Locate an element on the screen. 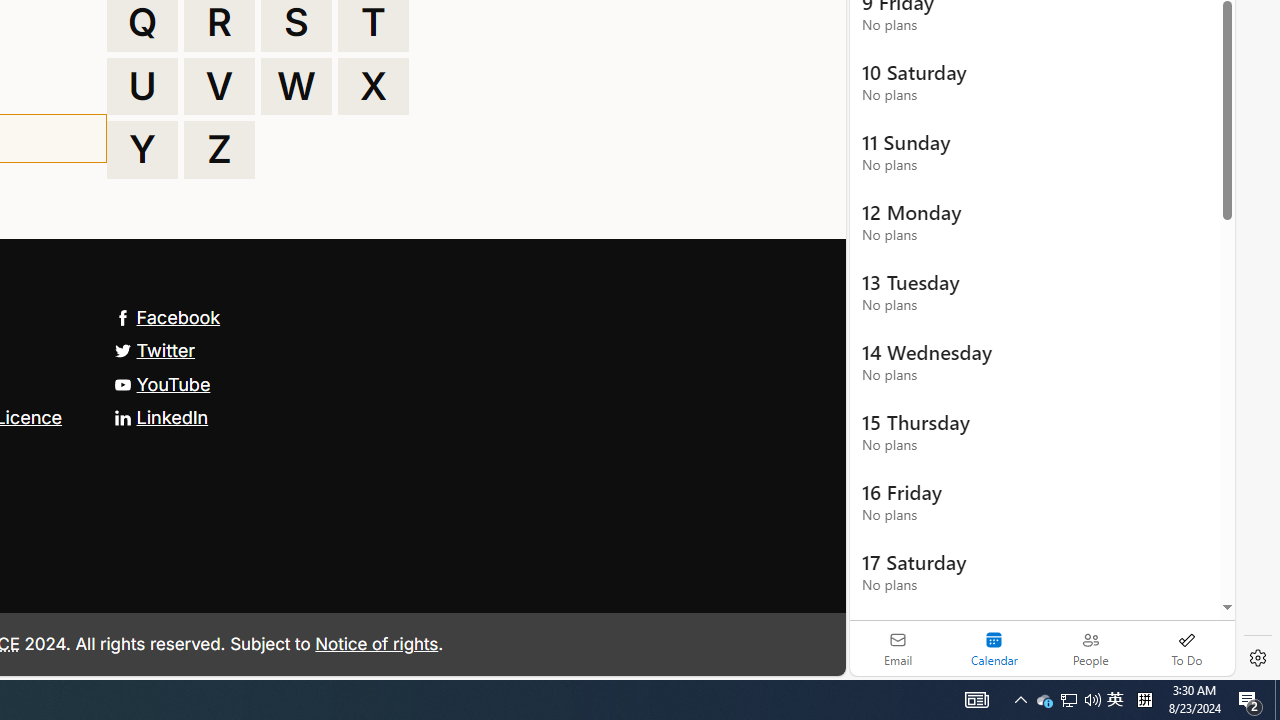 This screenshot has width=1280, height=720. 'Facebook' is located at coordinates (167, 316).